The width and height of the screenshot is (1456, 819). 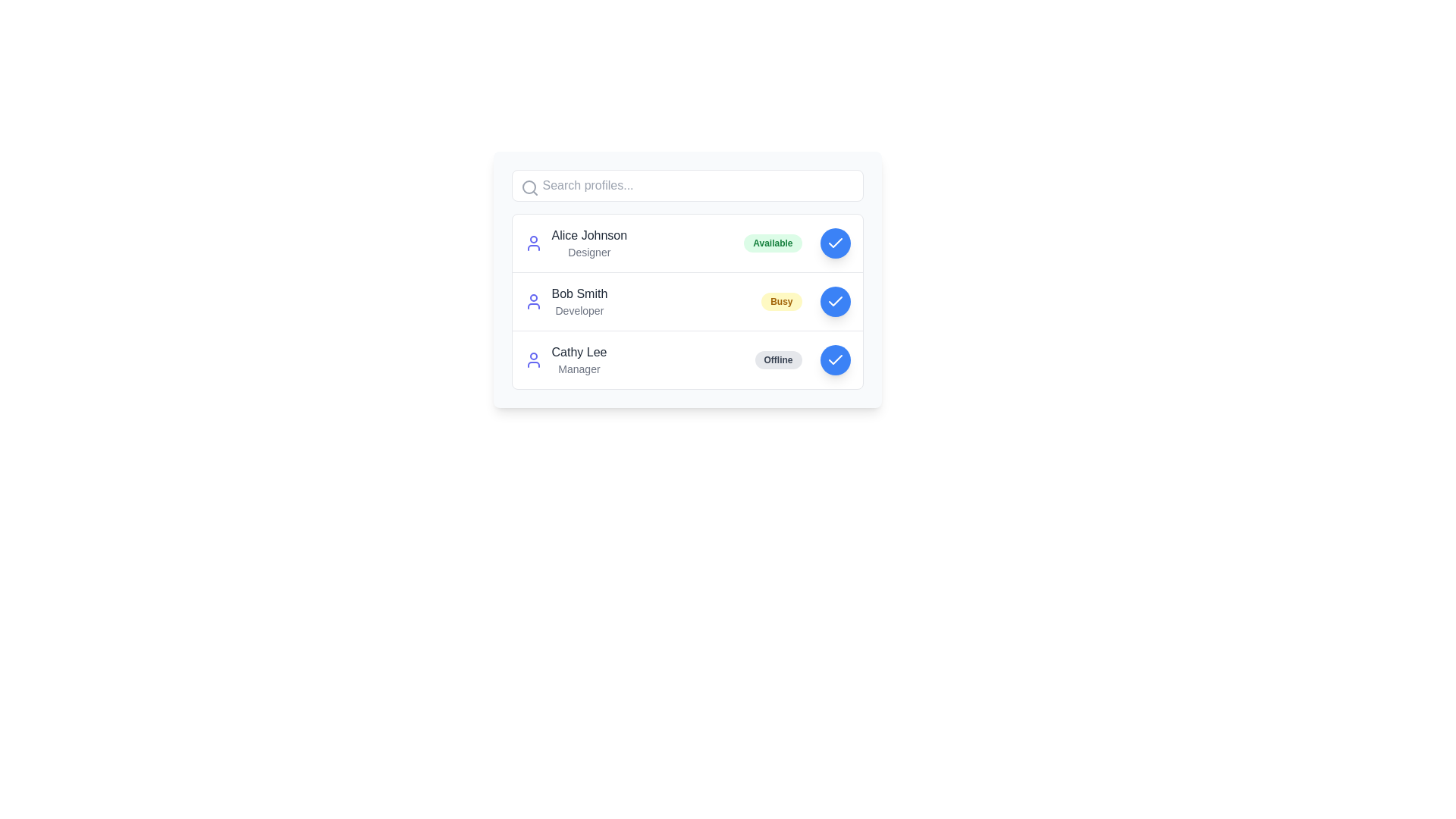 What do you see at coordinates (579, 301) in the screenshot?
I see `the Profile entry for 'Bob Smith', which displays his name in bold dark-gray font and title 'Developer' in lighter-gray font, located as the second row in the user profiles list` at bounding box center [579, 301].